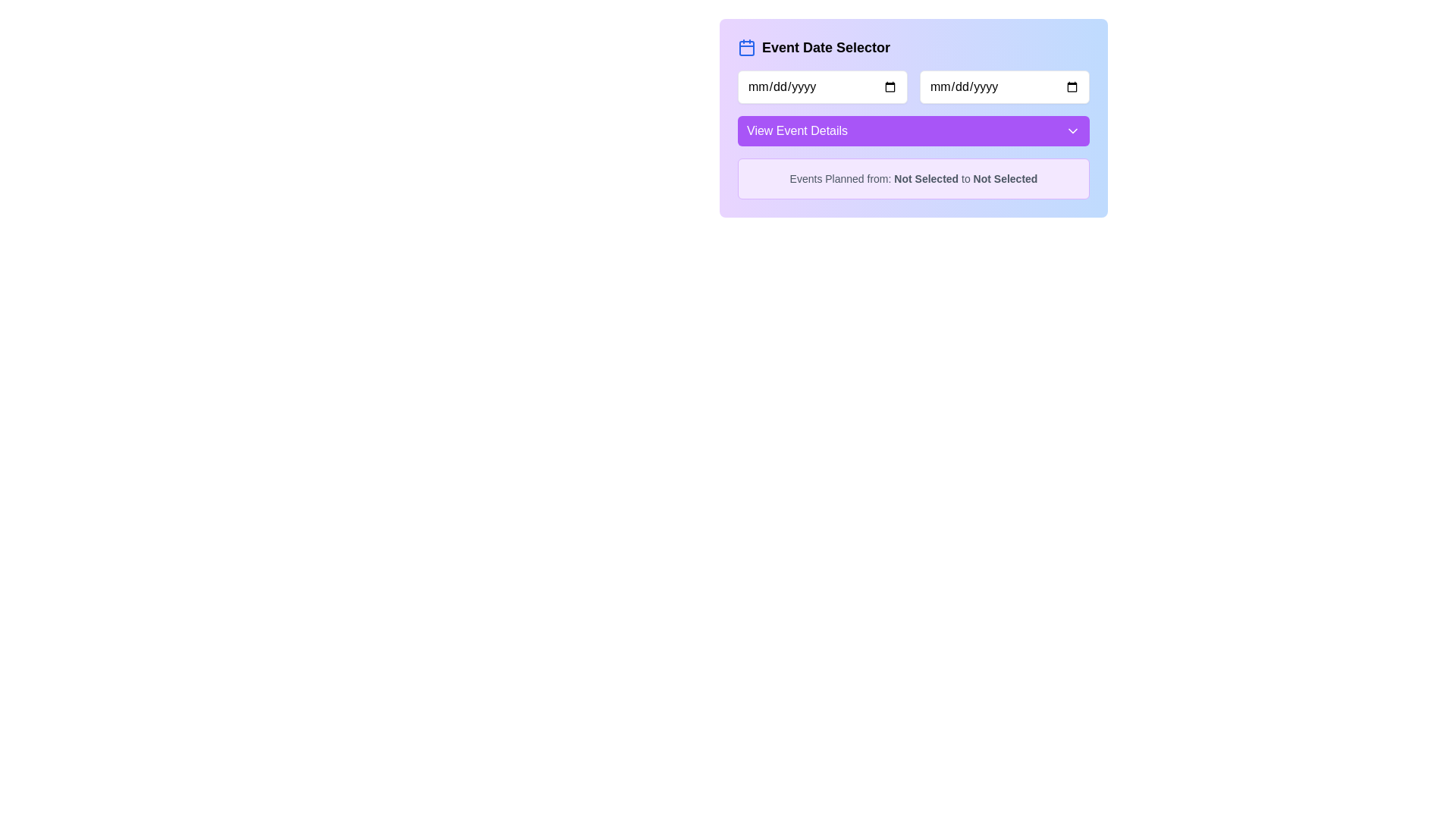  I want to click on the date input field in the 'Event Date Selector' section, so click(1004, 87).